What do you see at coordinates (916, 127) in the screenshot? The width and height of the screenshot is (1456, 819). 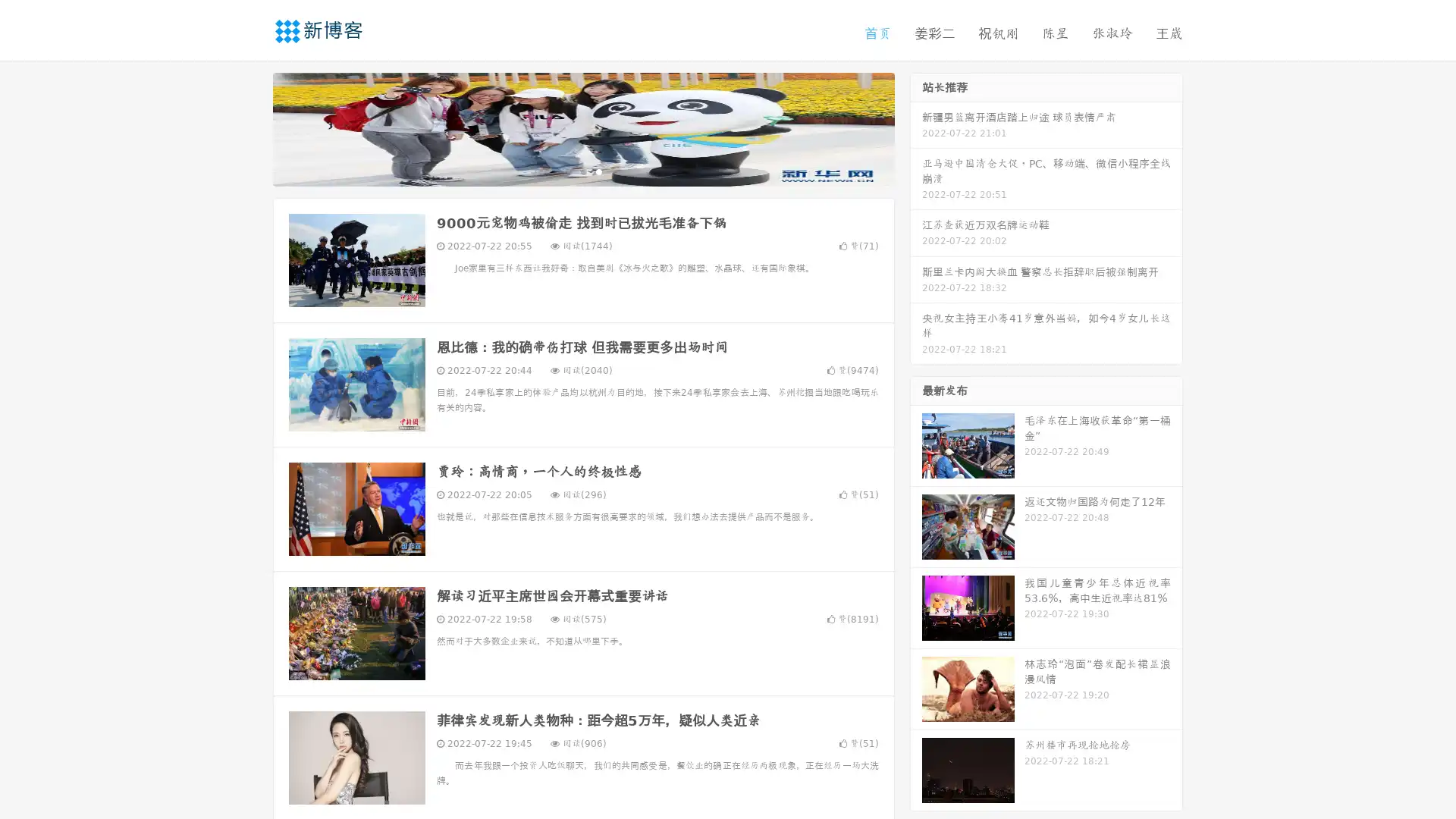 I see `Next slide` at bounding box center [916, 127].